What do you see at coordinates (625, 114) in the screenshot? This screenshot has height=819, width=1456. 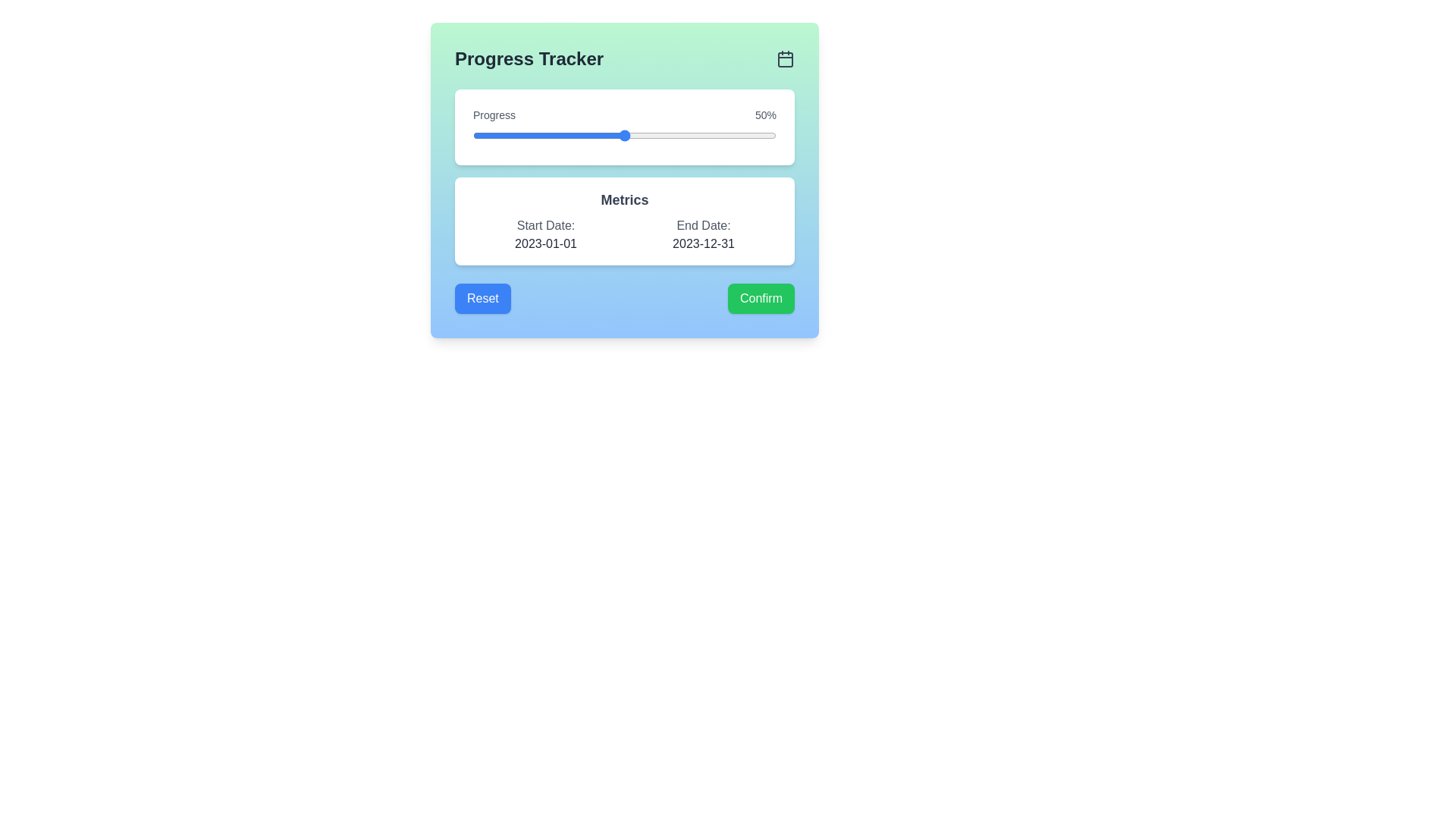 I see `the 'Progress' text label that displays '50%' in gray font on a white background, located at the top of a rectangular white card above a slider component` at bounding box center [625, 114].